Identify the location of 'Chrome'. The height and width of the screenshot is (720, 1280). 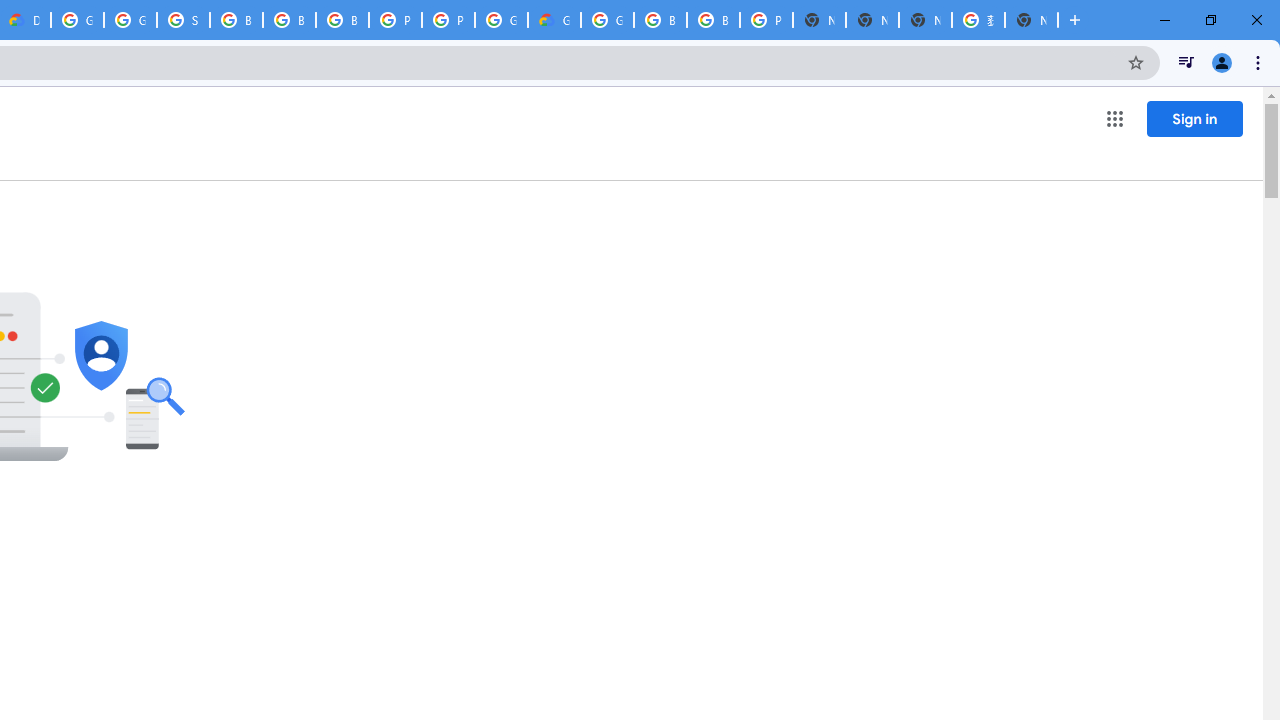
(1259, 61).